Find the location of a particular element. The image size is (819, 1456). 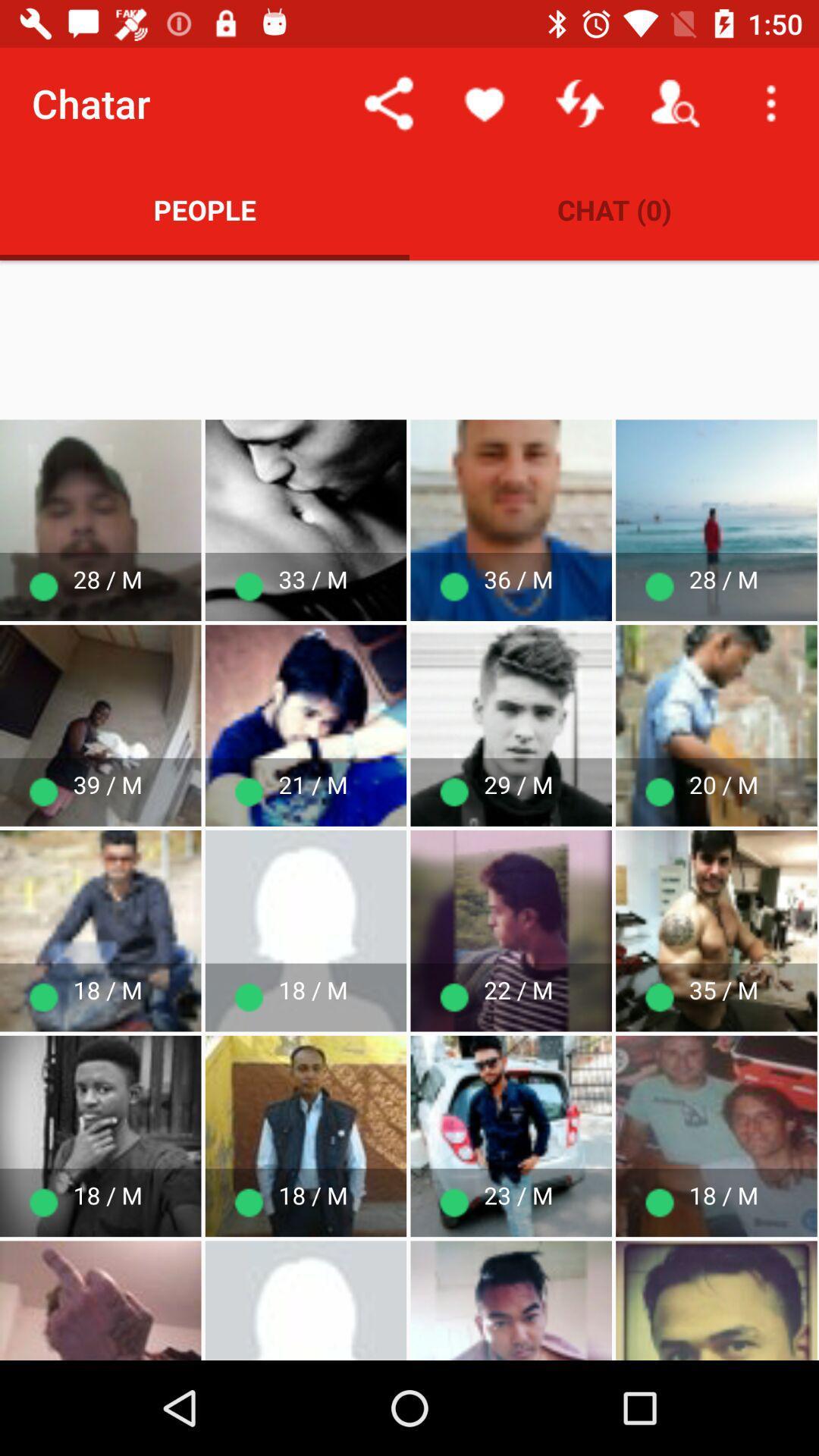

chat (0) item is located at coordinates (614, 209).